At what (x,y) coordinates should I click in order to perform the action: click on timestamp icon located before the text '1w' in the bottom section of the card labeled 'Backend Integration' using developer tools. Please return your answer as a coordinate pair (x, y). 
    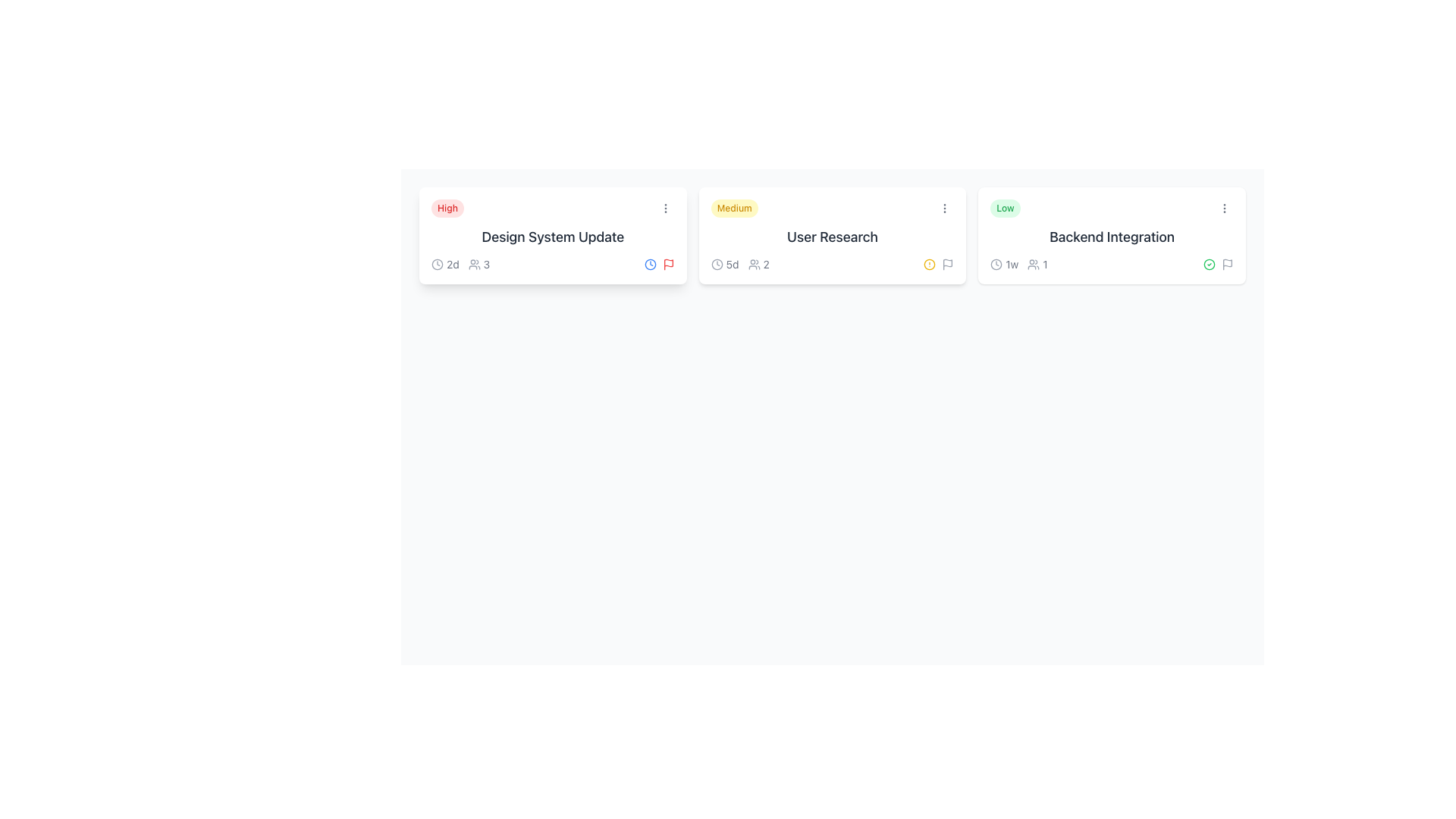
    Looking at the image, I should click on (996, 263).